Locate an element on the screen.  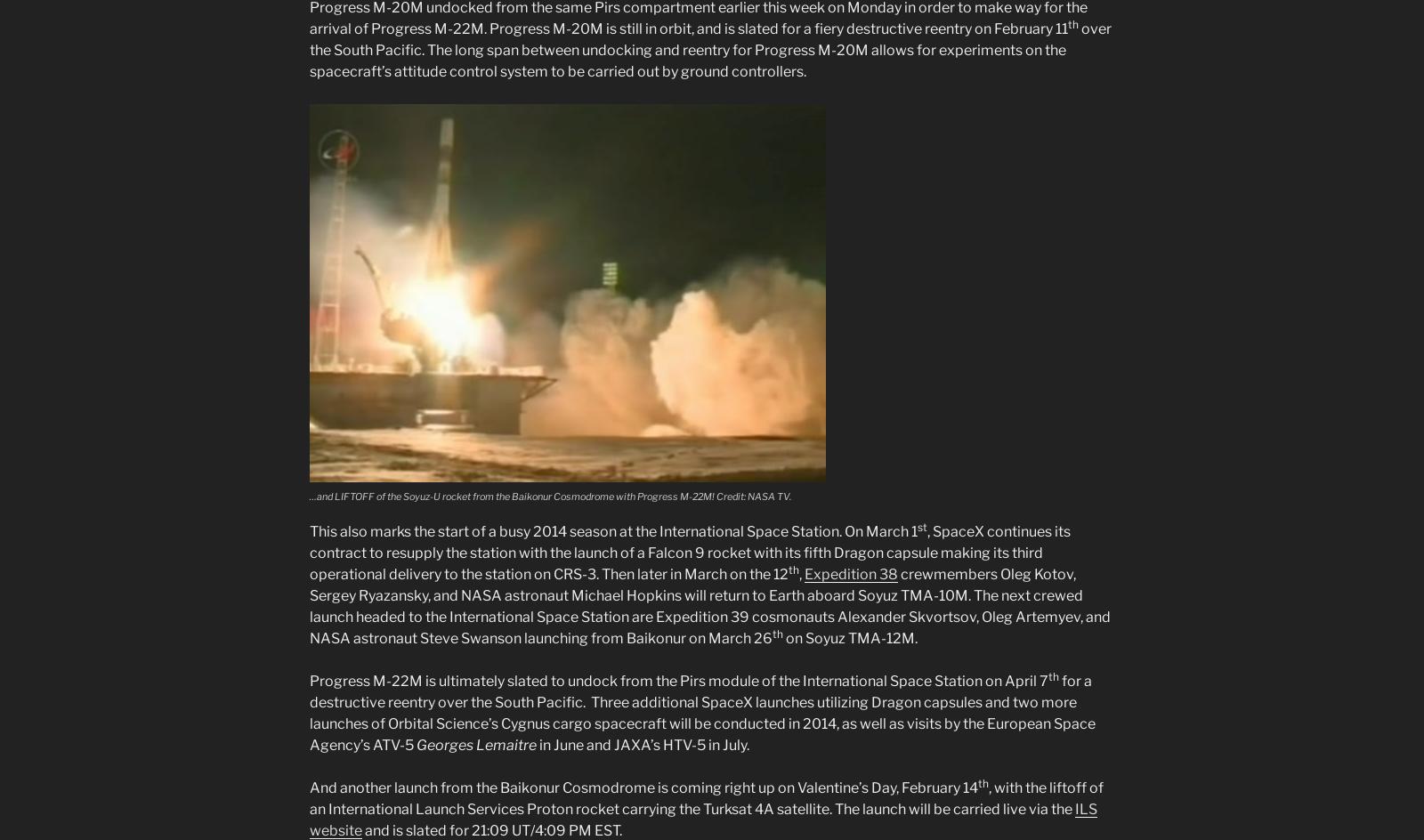
'…and LIFTOFF of the Soyuz-U rocket from the Baikonur Cosmodrome with Progress M-22M! Credit: NASA TV.' is located at coordinates (550, 495).